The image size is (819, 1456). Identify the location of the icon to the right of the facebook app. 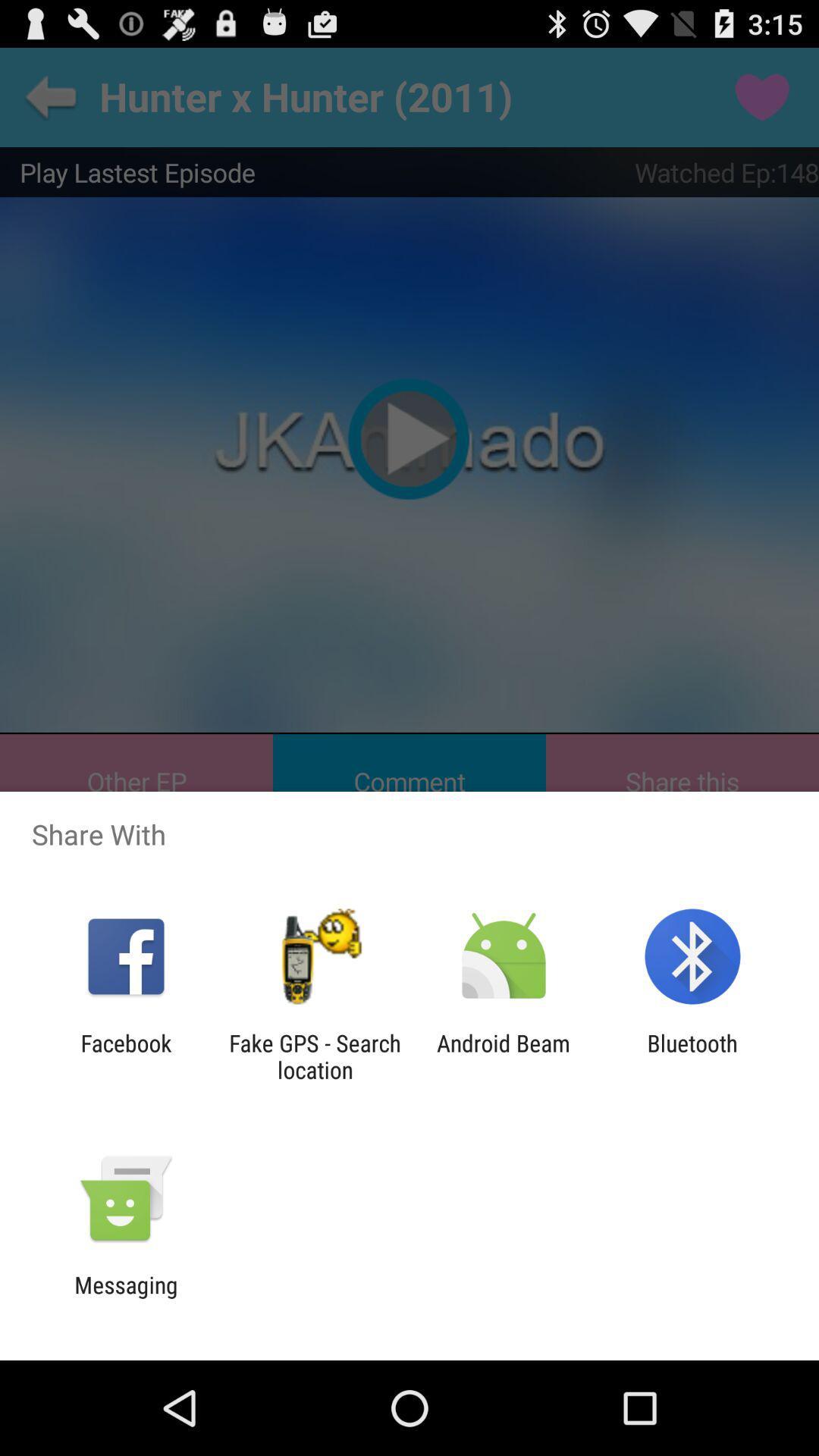
(314, 1056).